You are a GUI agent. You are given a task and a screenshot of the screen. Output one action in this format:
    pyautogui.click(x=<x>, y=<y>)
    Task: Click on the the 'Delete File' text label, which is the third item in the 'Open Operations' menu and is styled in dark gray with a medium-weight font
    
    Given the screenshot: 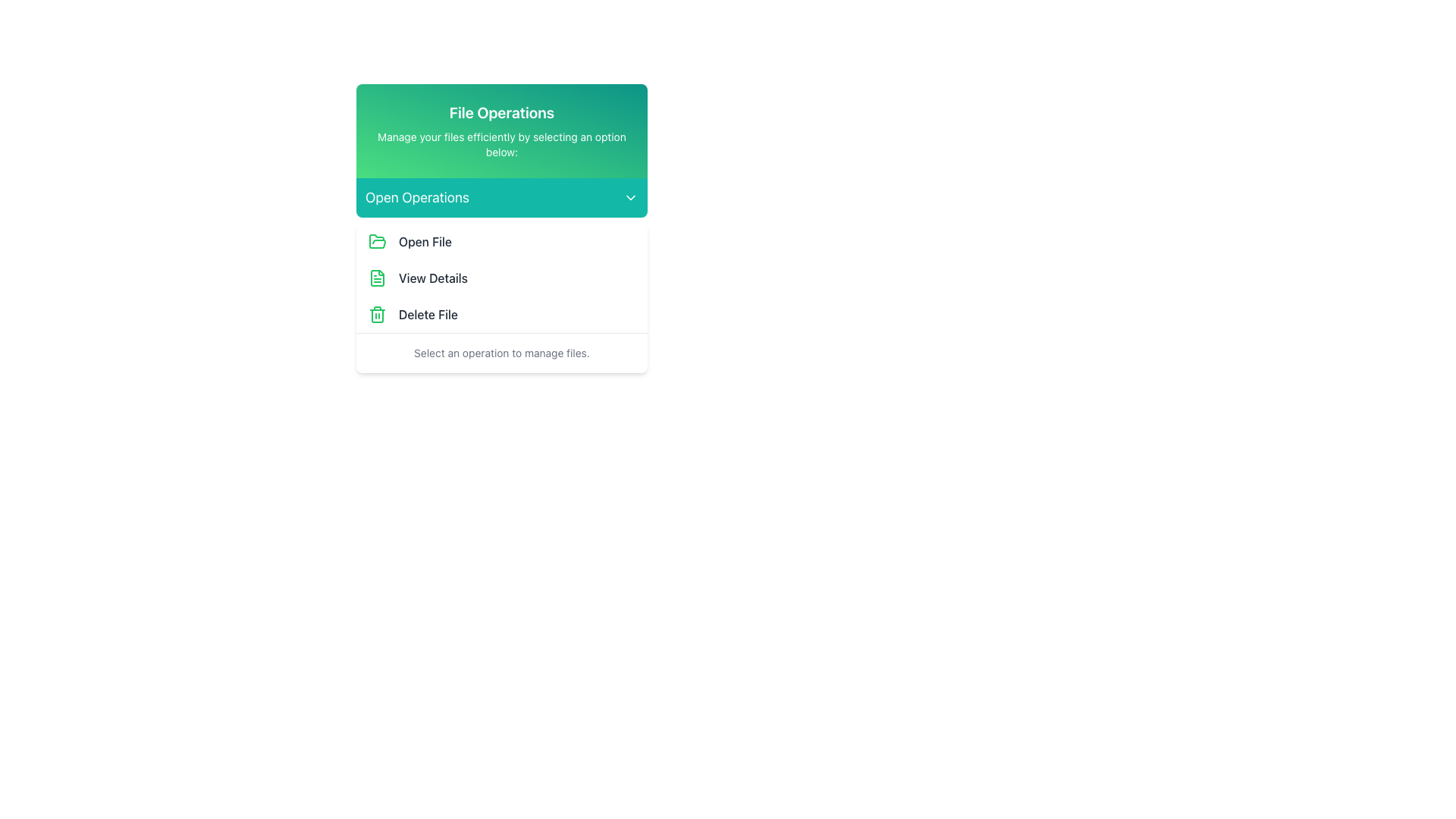 What is the action you would take?
    pyautogui.click(x=427, y=314)
    